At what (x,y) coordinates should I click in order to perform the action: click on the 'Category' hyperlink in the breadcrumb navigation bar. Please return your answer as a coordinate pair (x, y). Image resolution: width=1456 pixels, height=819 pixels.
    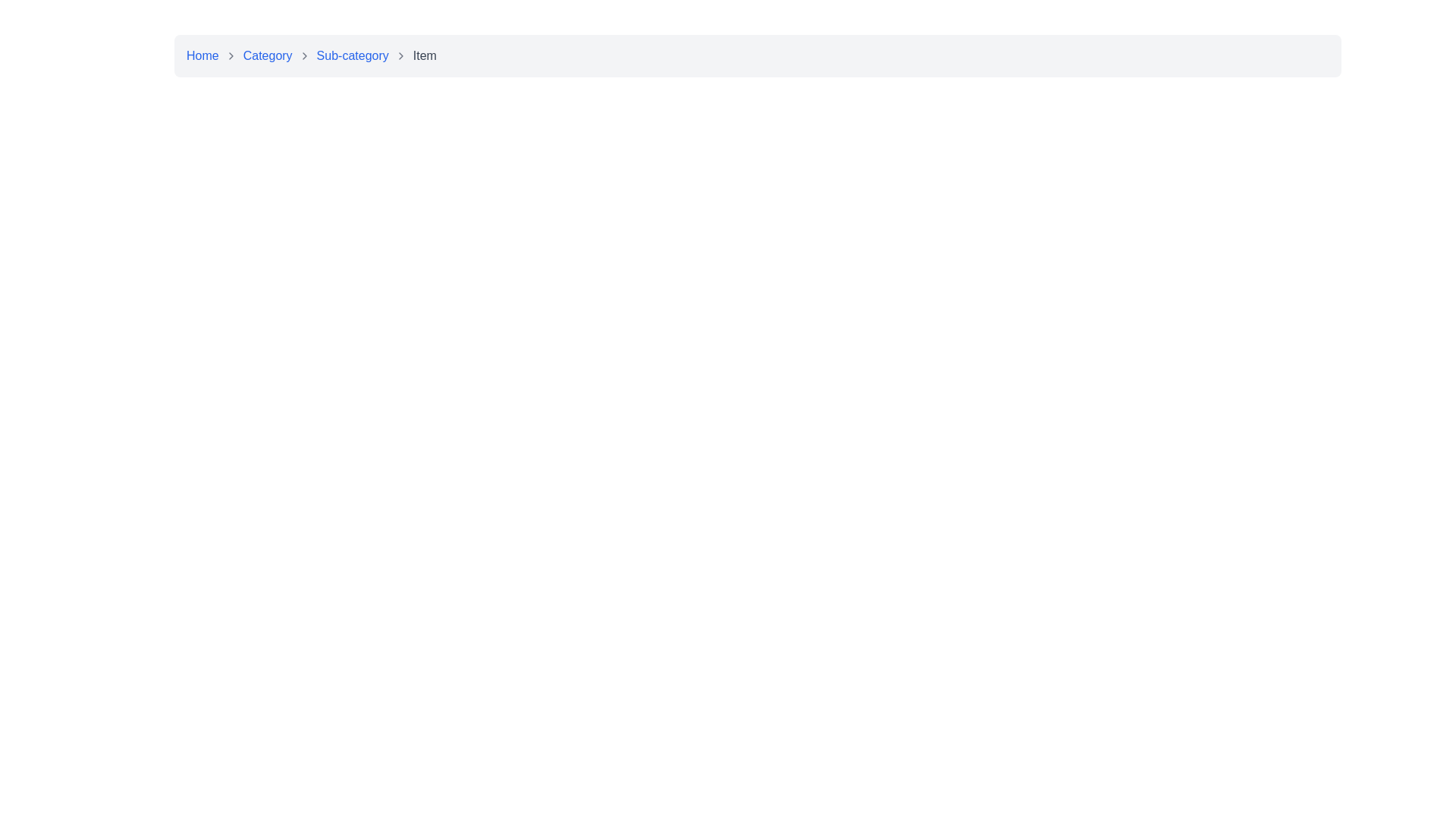
    Looking at the image, I should click on (268, 55).